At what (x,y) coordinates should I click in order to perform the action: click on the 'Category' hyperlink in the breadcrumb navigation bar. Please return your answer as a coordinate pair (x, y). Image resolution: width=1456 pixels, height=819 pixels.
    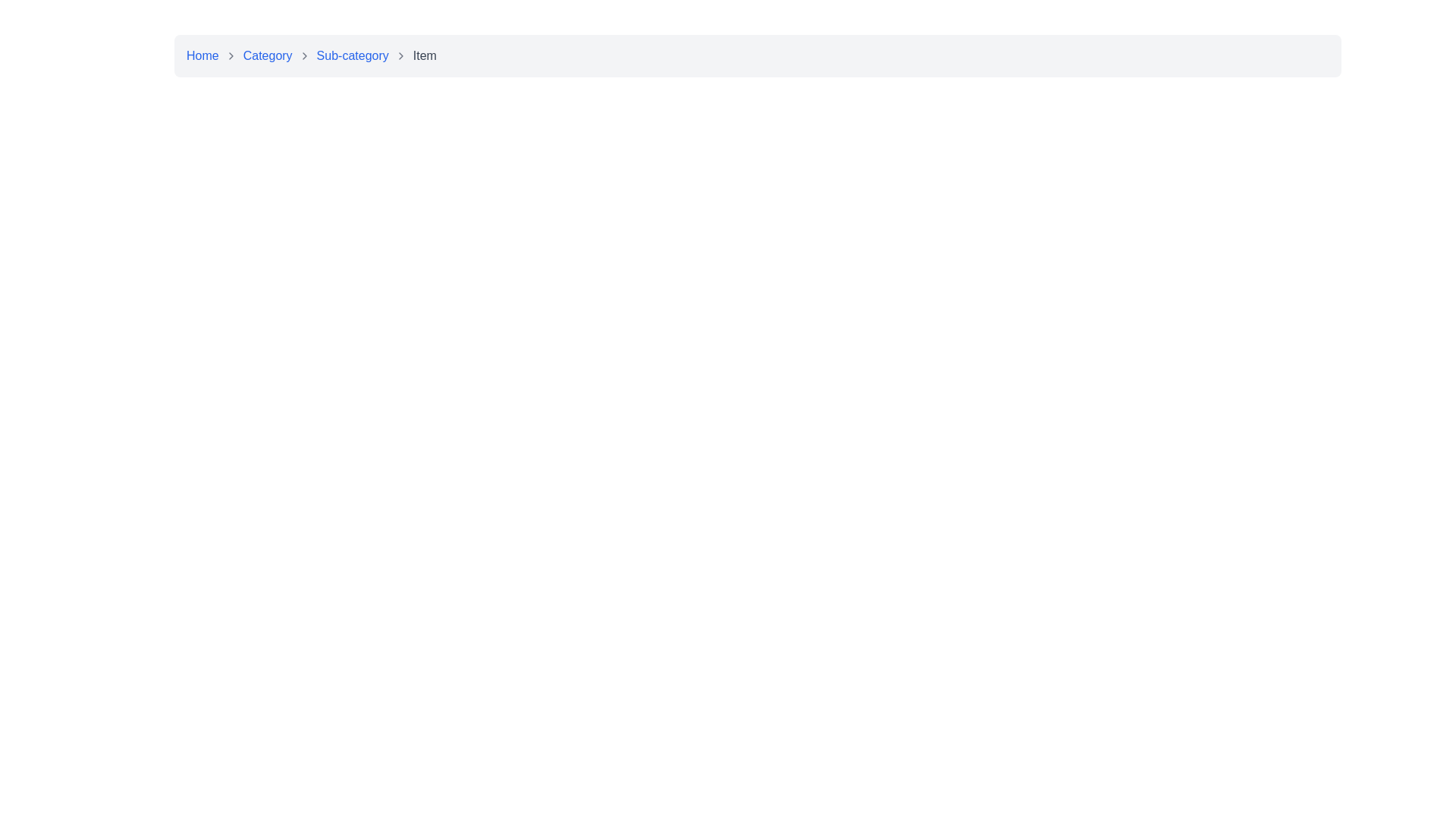
    Looking at the image, I should click on (268, 55).